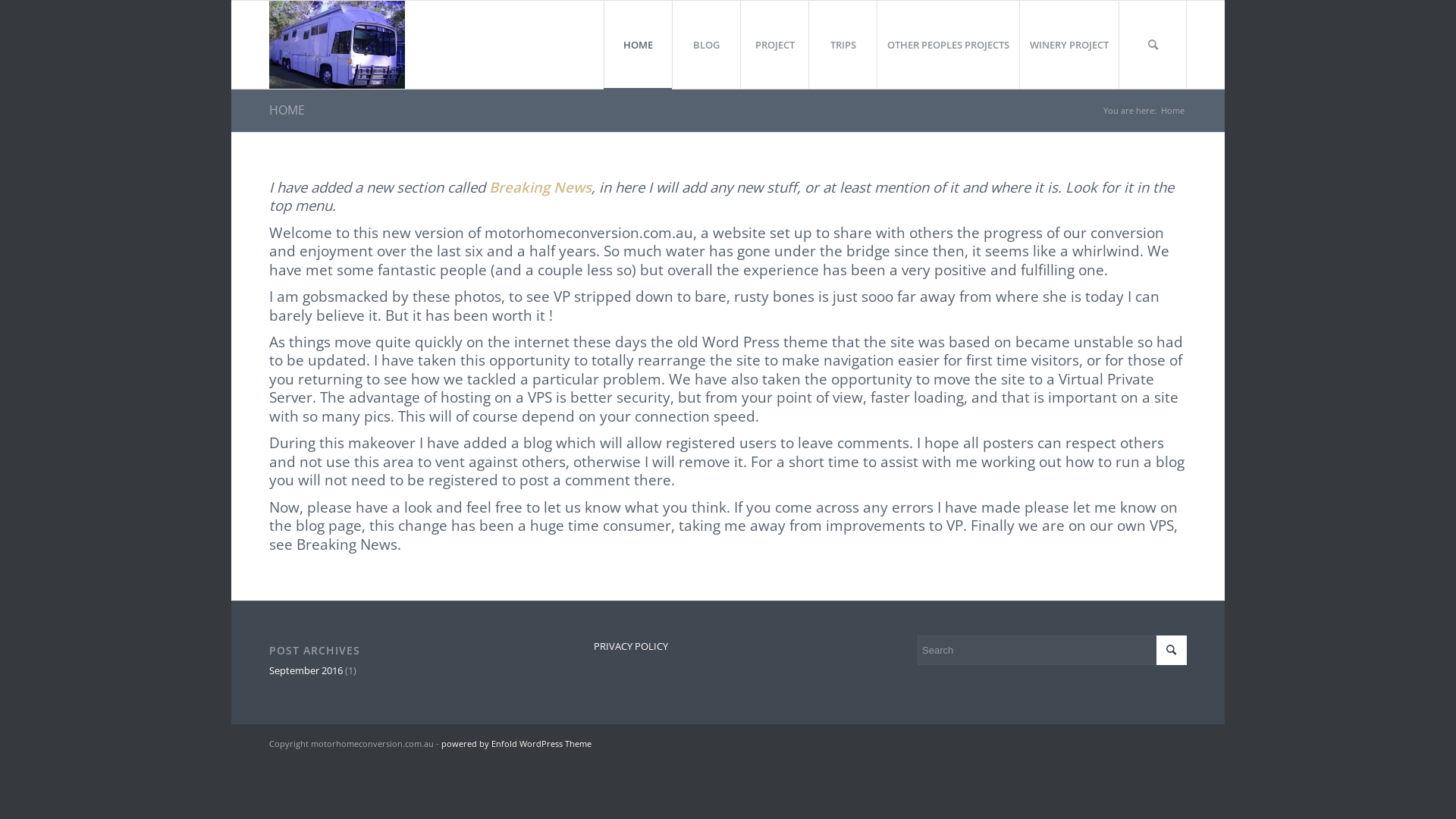  What do you see at coordinates (305, 669) in the screenshot?
I see `'September 2016'` at bounding box center [305, 669].